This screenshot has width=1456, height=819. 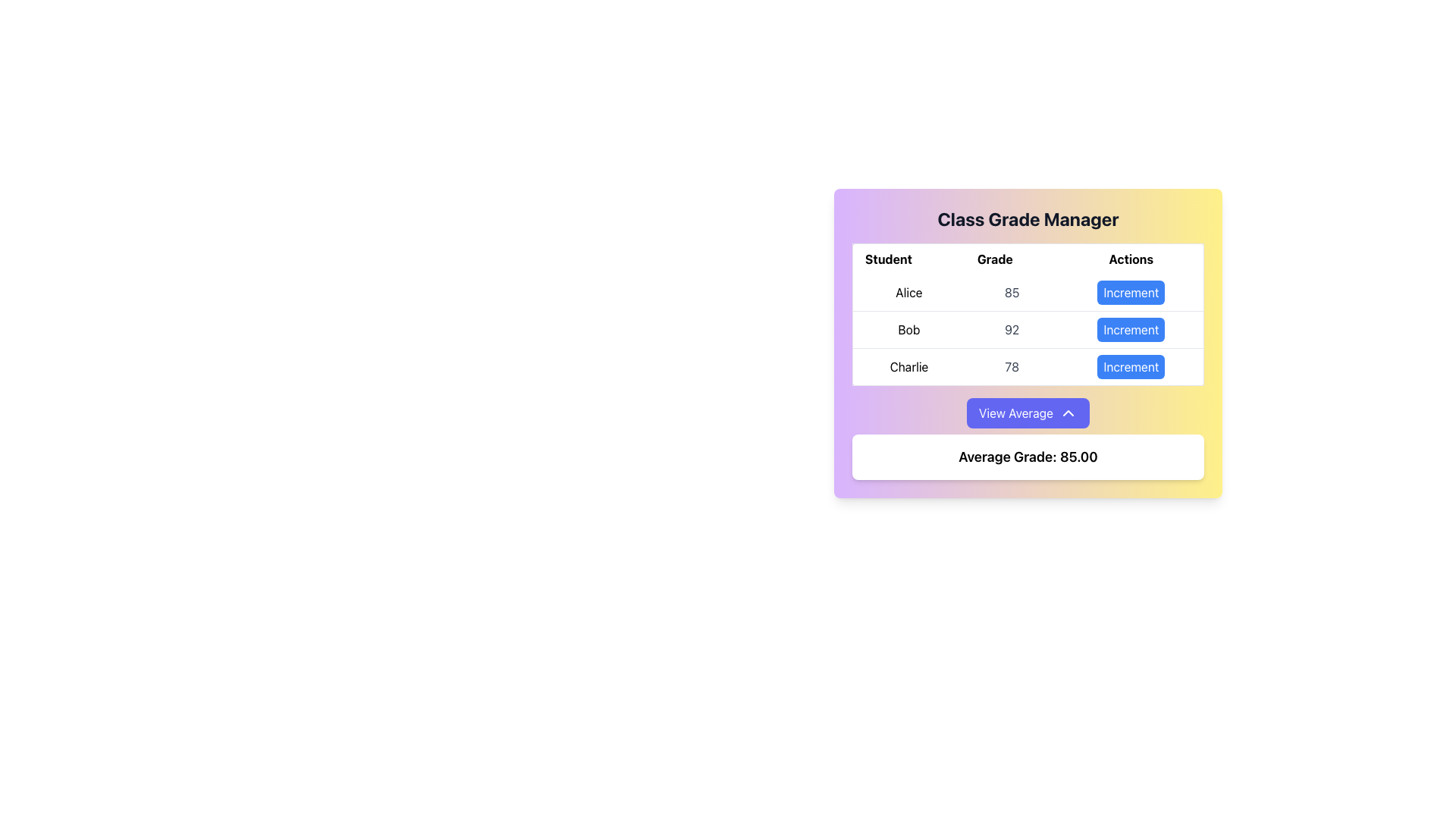 I want to click on the increment button for Charlie's grade located in the 'Actions' column of the table row, so click(x=1131, y=366).